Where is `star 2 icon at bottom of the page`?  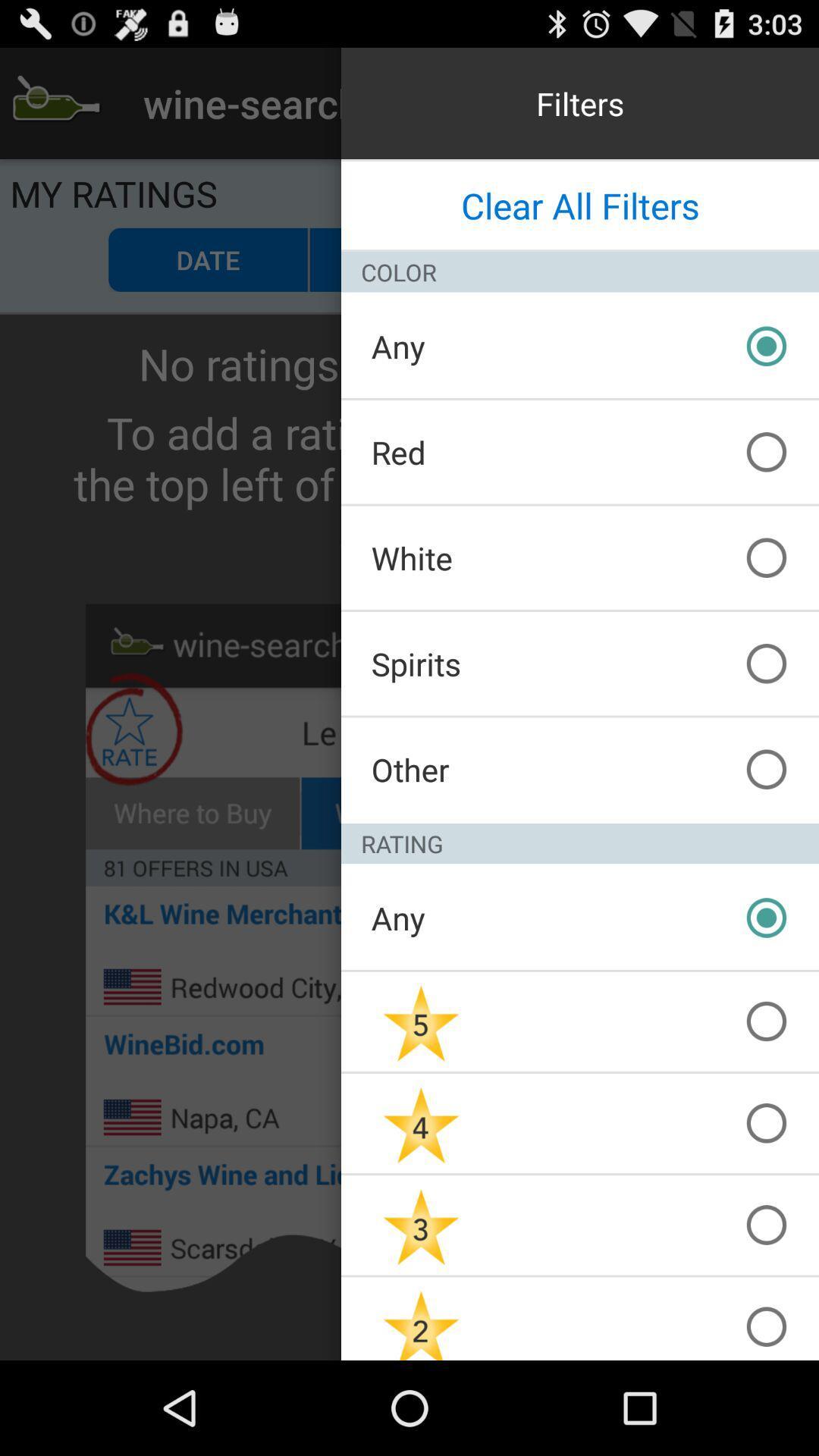
star 2 icon at bottom of the page is located at coordinates (421, 1318).